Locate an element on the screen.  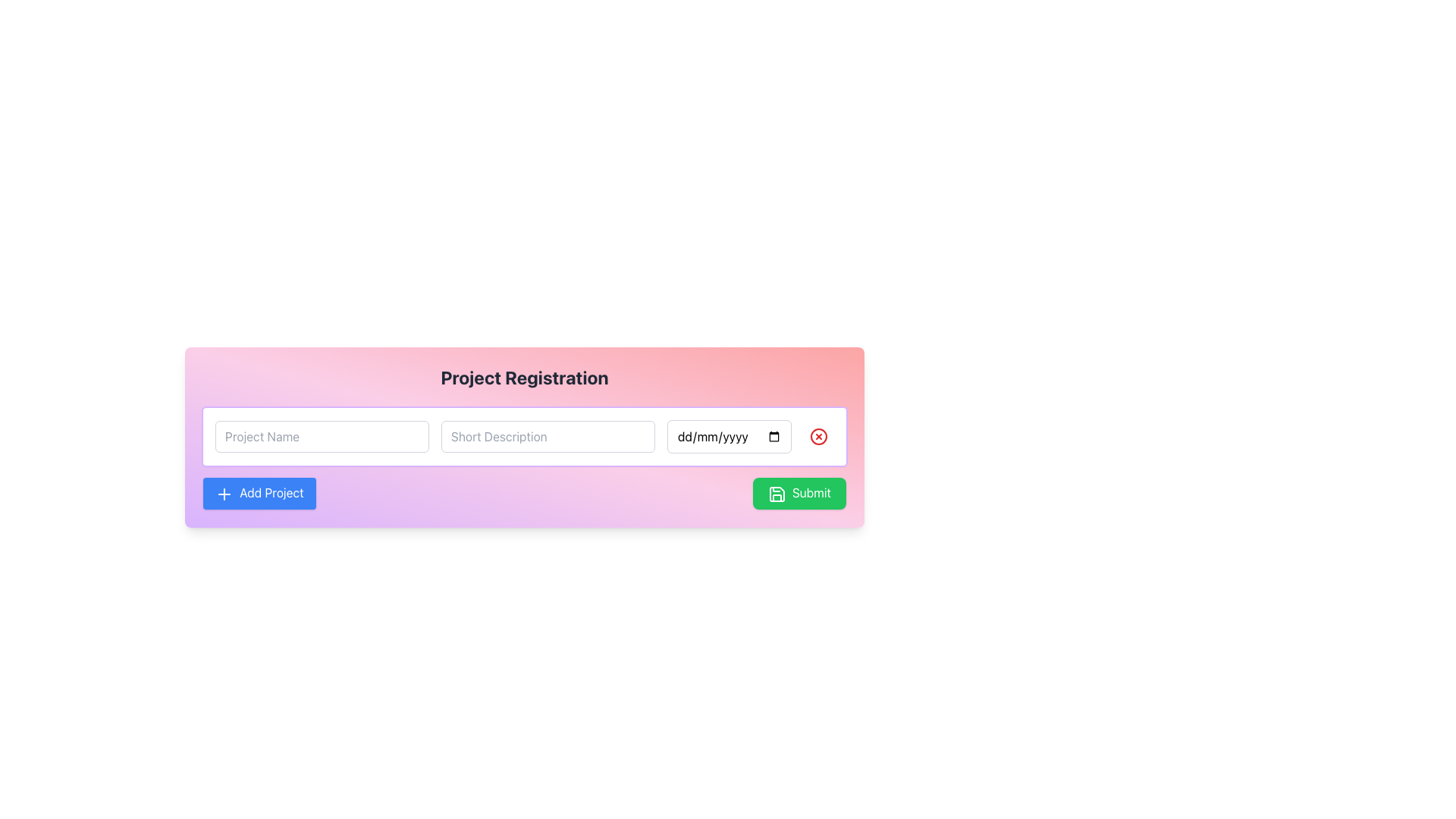
the icon embedded in the green 'Submit' button, which indicates the action of submitting data or saving progress is located at coordinates (777, 494).